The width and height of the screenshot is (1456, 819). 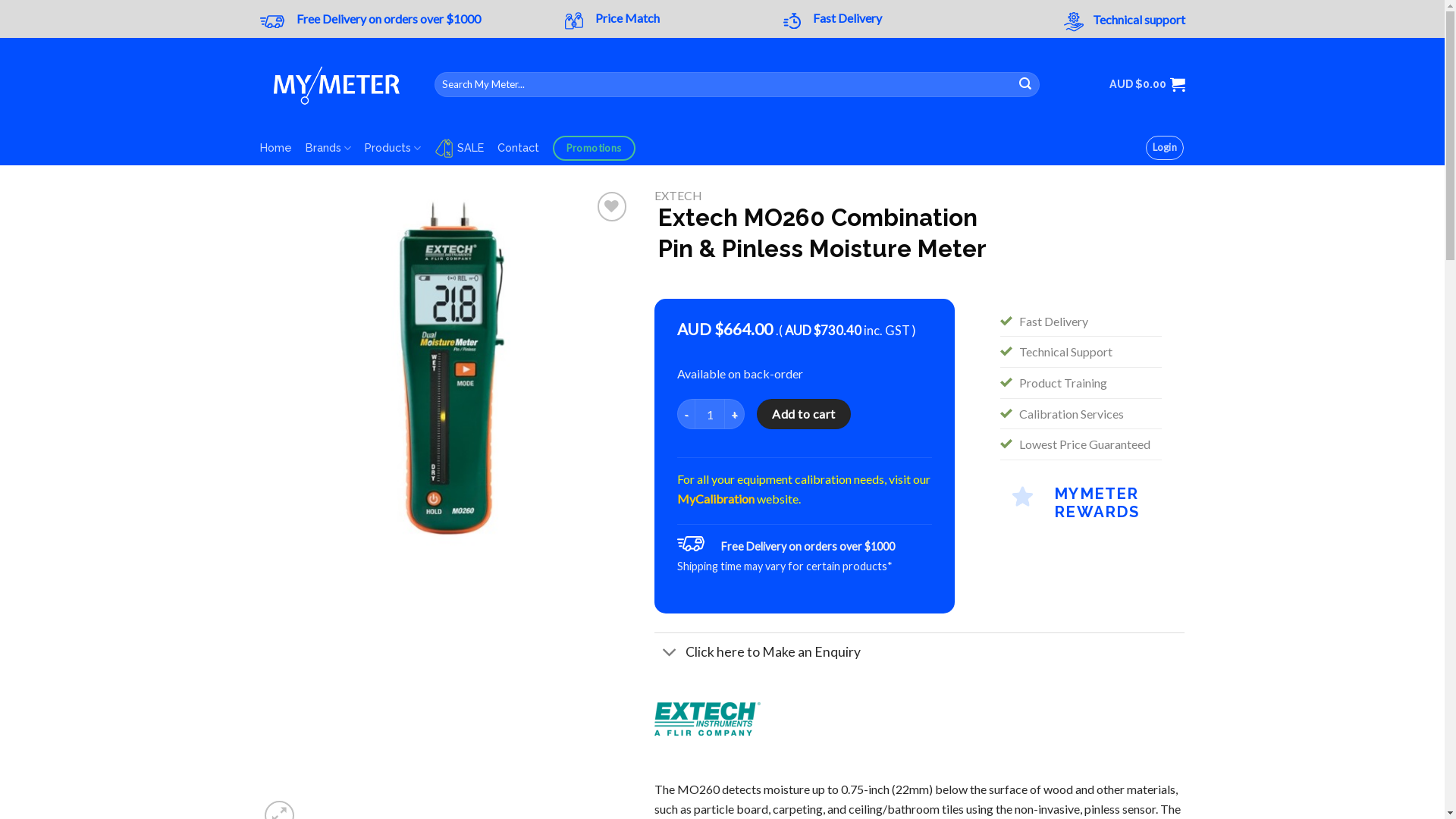 I want to click on 'Product Training', so click(x=1062, y=381).